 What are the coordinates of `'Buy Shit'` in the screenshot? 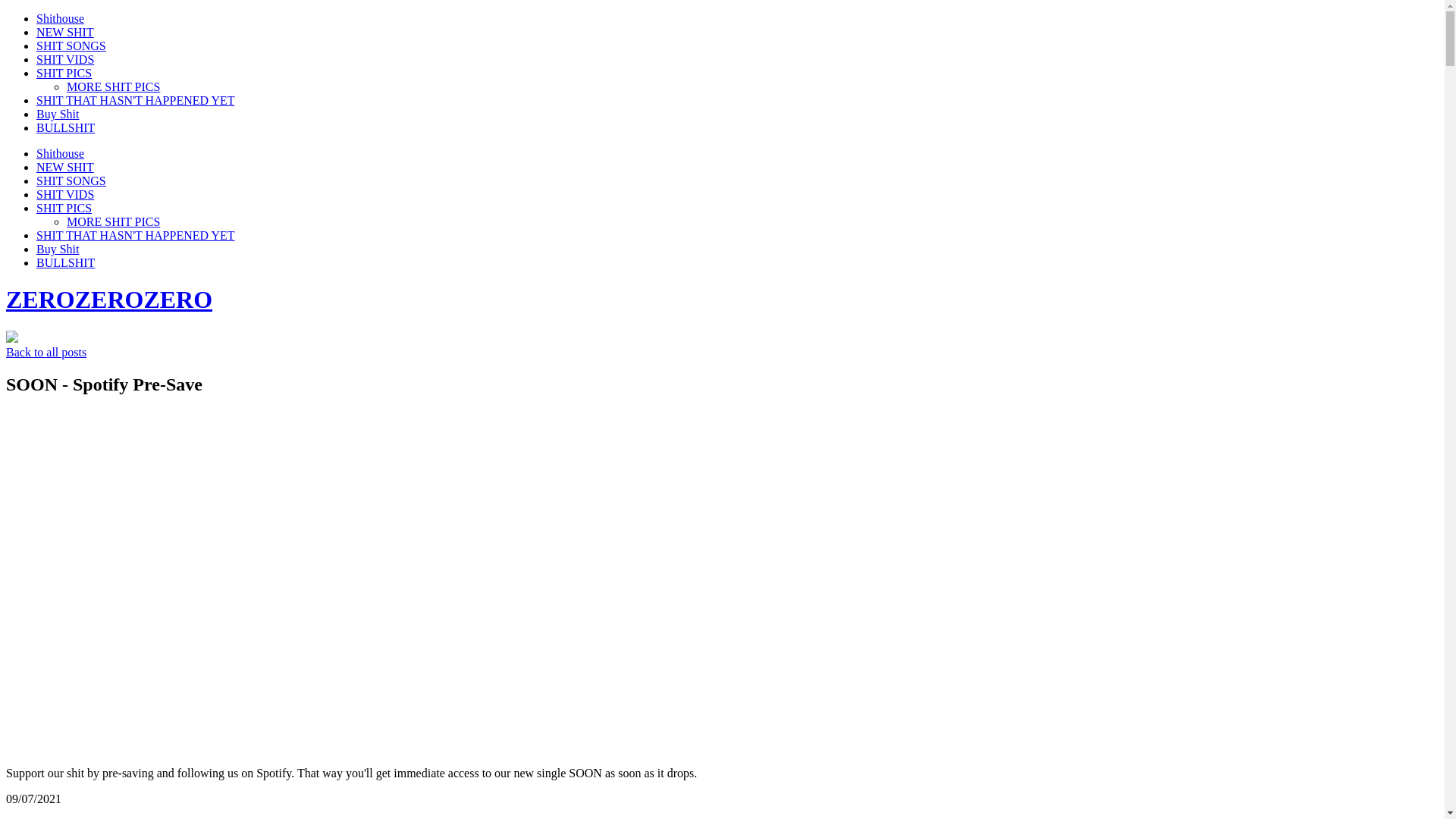 It's located at (58, 248).